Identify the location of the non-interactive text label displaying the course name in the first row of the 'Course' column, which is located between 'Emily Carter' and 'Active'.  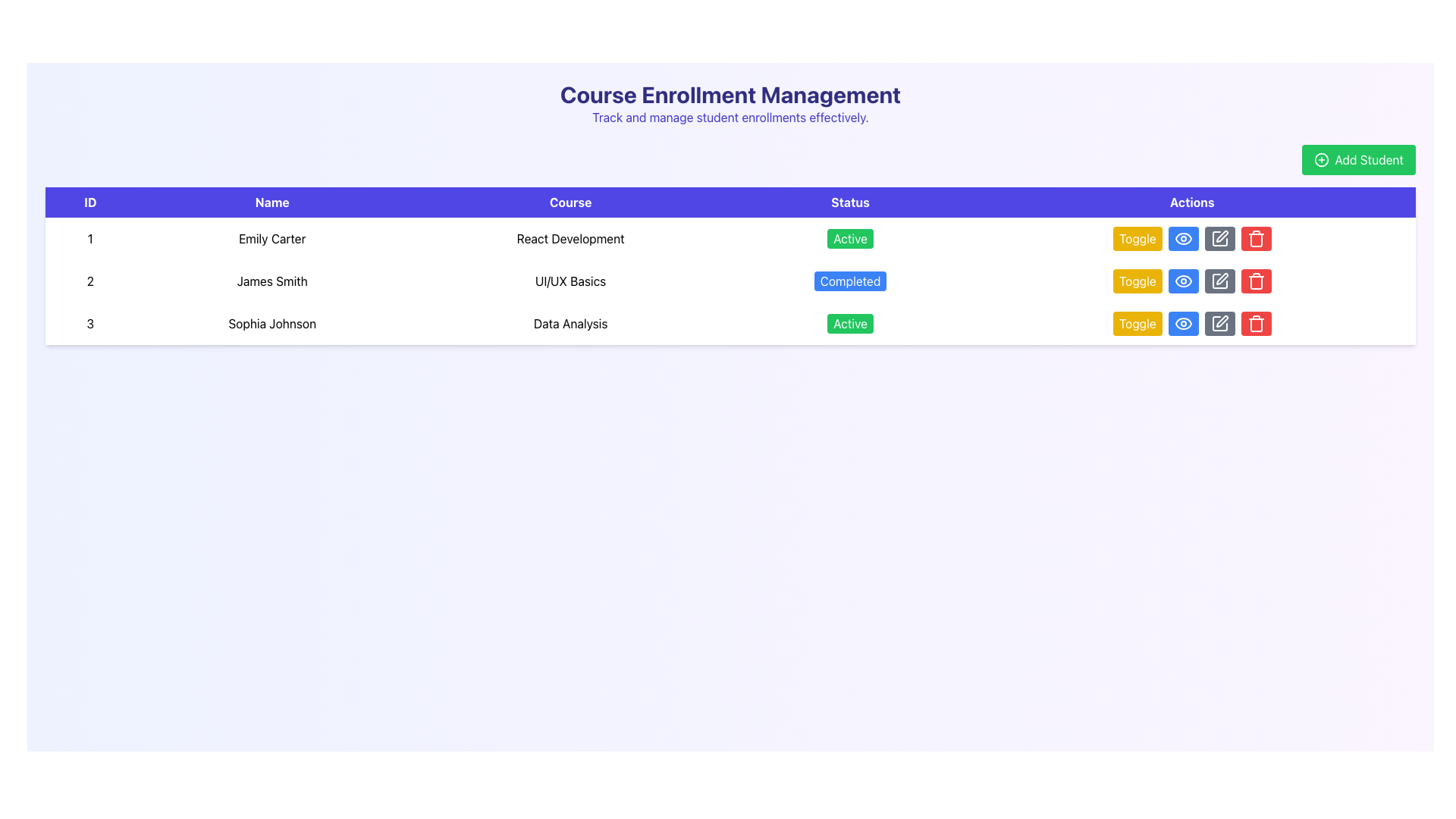
(570, 239).